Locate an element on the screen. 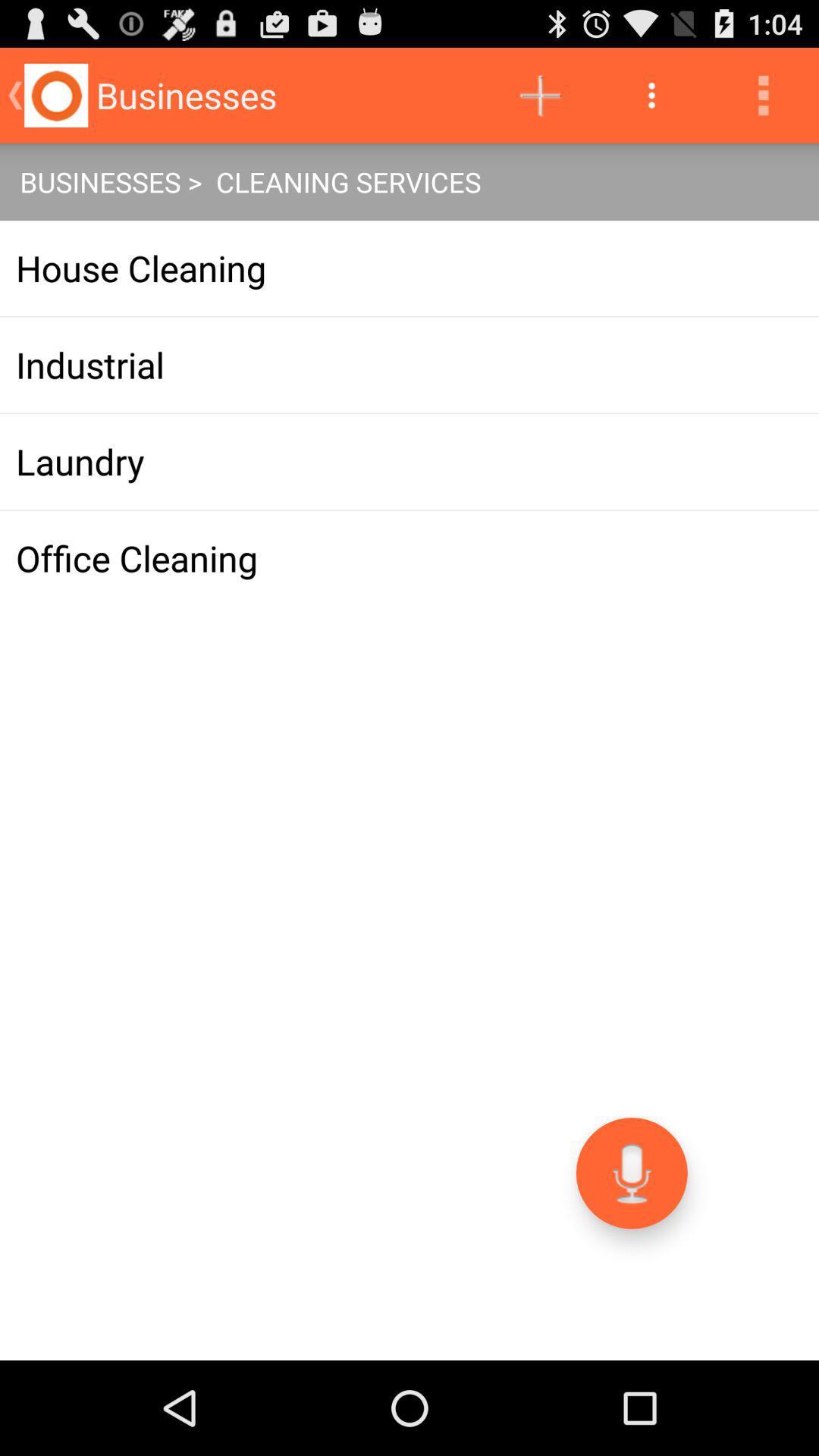 This screenshot has width=819, height=1456. app above the industrial icon is located at coordinates (409, 268).